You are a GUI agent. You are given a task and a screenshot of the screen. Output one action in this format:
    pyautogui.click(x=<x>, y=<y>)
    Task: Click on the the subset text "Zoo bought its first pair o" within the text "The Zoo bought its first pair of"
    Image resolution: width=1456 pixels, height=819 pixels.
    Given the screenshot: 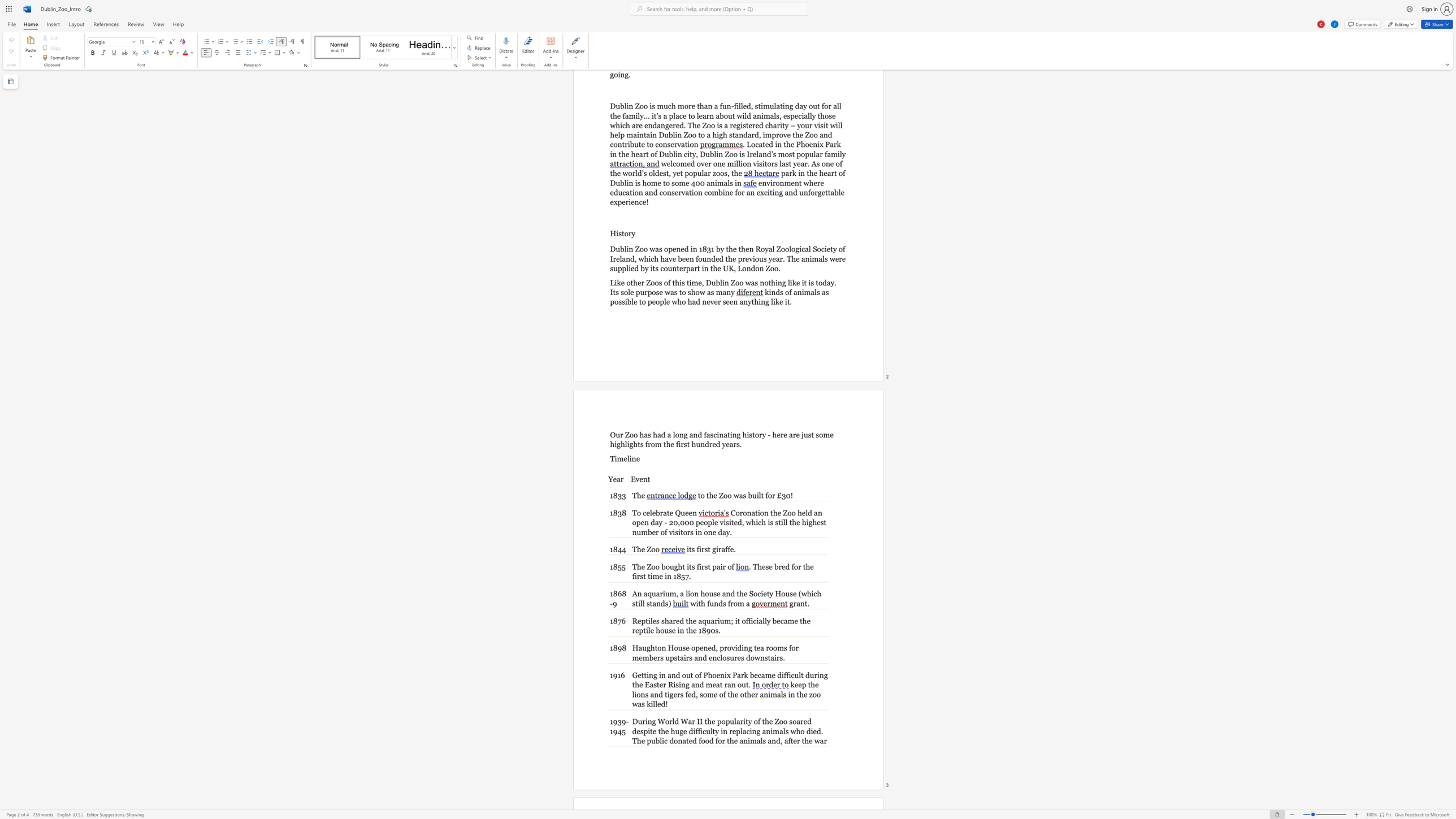 What is the action you would take?
    pyautogui.click(x=647, y=566)
    